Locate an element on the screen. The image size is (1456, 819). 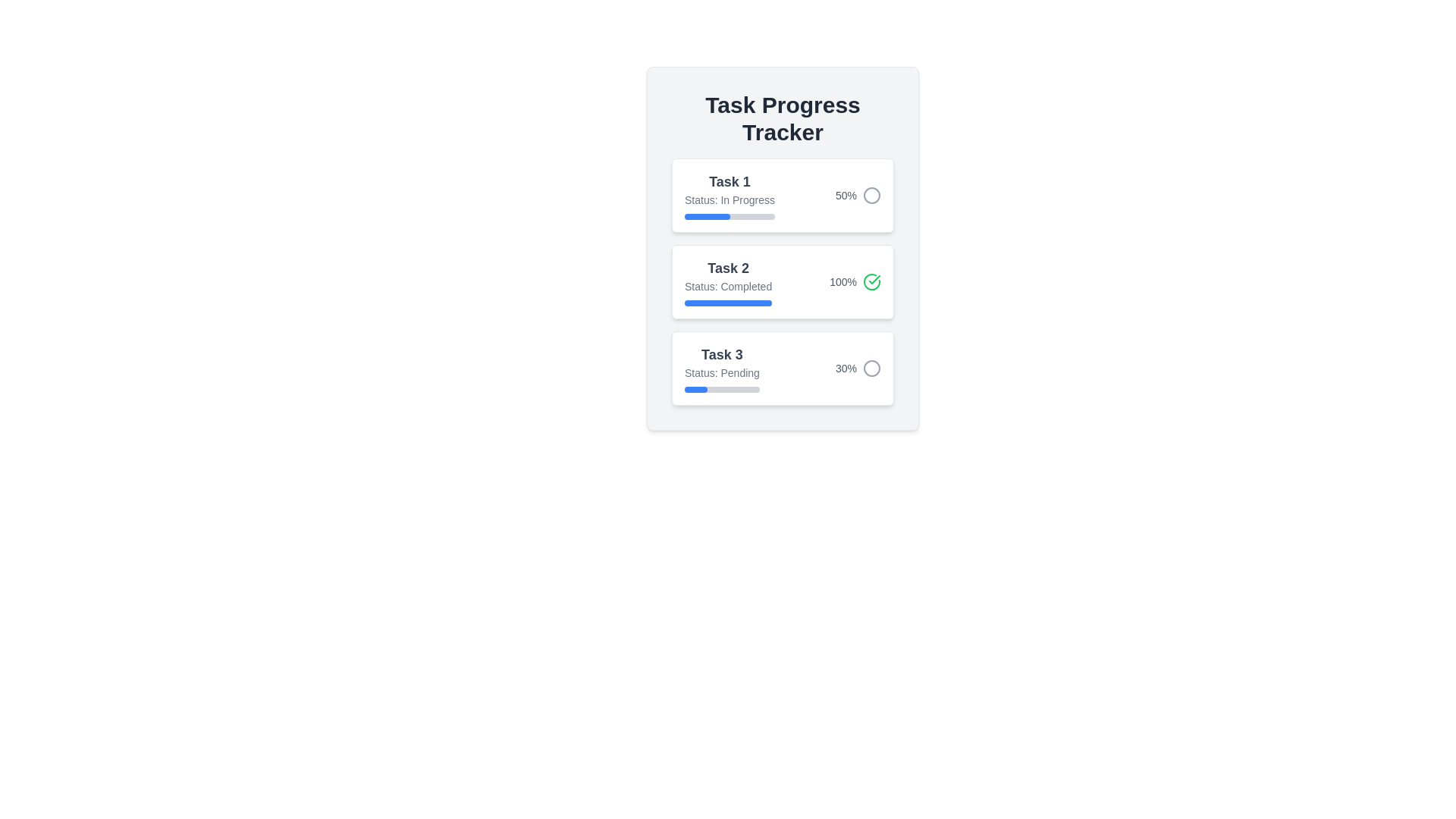
the state of the Progress bar, which visually represents a task progress of 50% with a blue bar over a gray background, located beneath the 'Task 1' block is located at coordinates (706, 216).